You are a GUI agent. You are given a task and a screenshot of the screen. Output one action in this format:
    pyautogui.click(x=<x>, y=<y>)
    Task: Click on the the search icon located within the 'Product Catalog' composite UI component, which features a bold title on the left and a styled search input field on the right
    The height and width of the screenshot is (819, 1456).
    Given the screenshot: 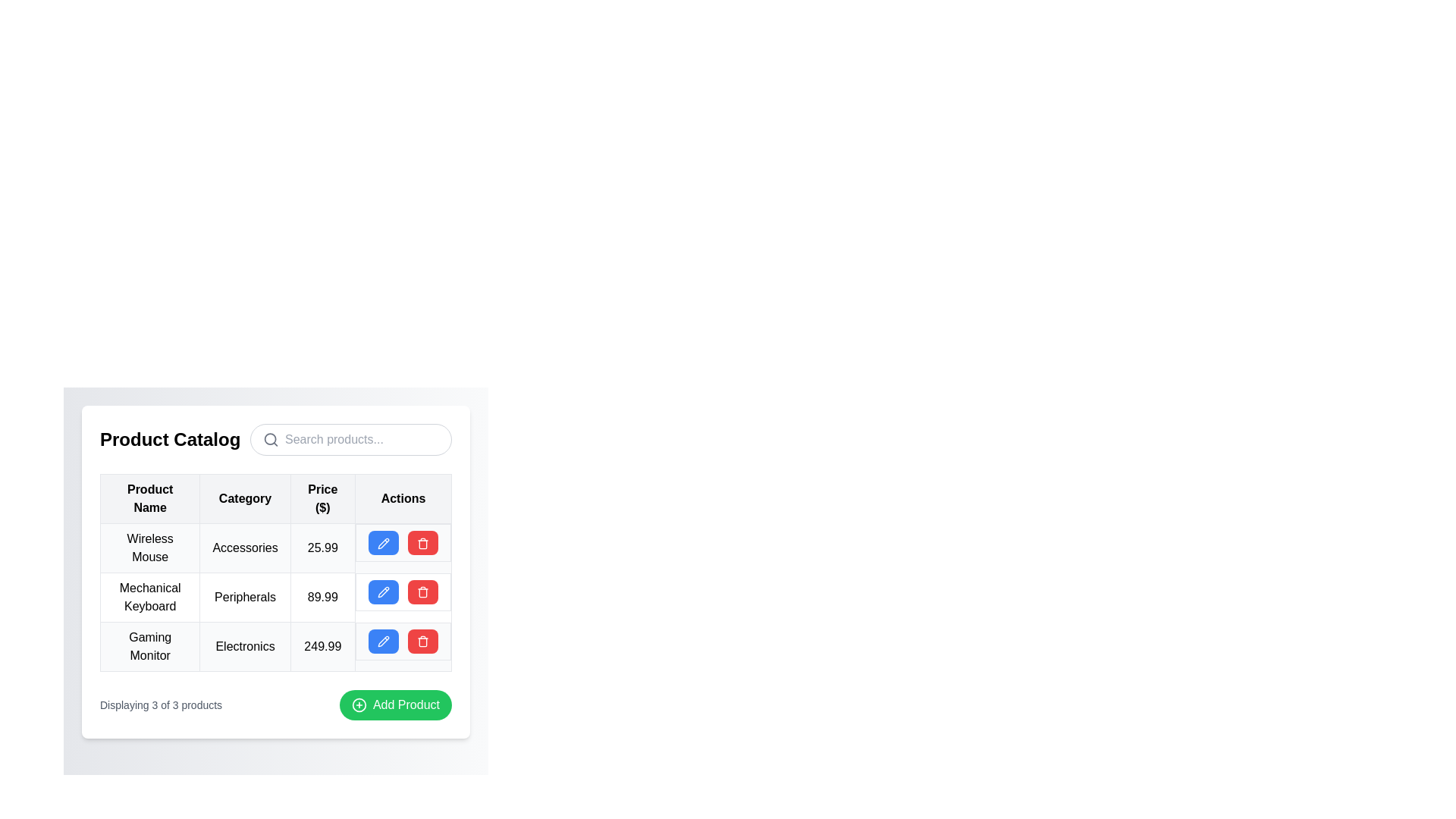 What is the action you would take?
    pyautogui.click(x=276, y=439)
    